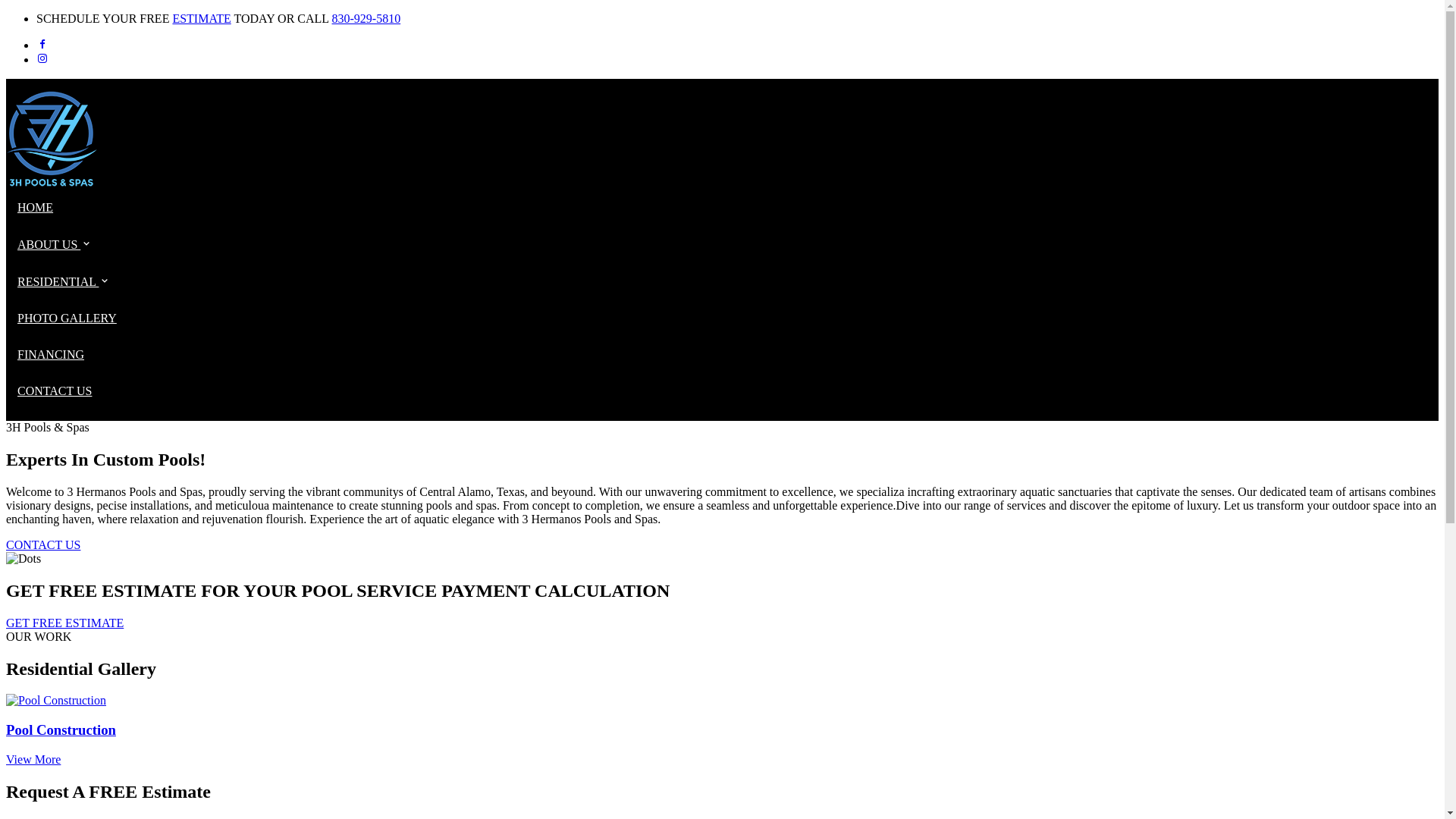 The width and height of the screenshot is (1456, 819). I want to click on 'CONTACT US', so click(43, 544).